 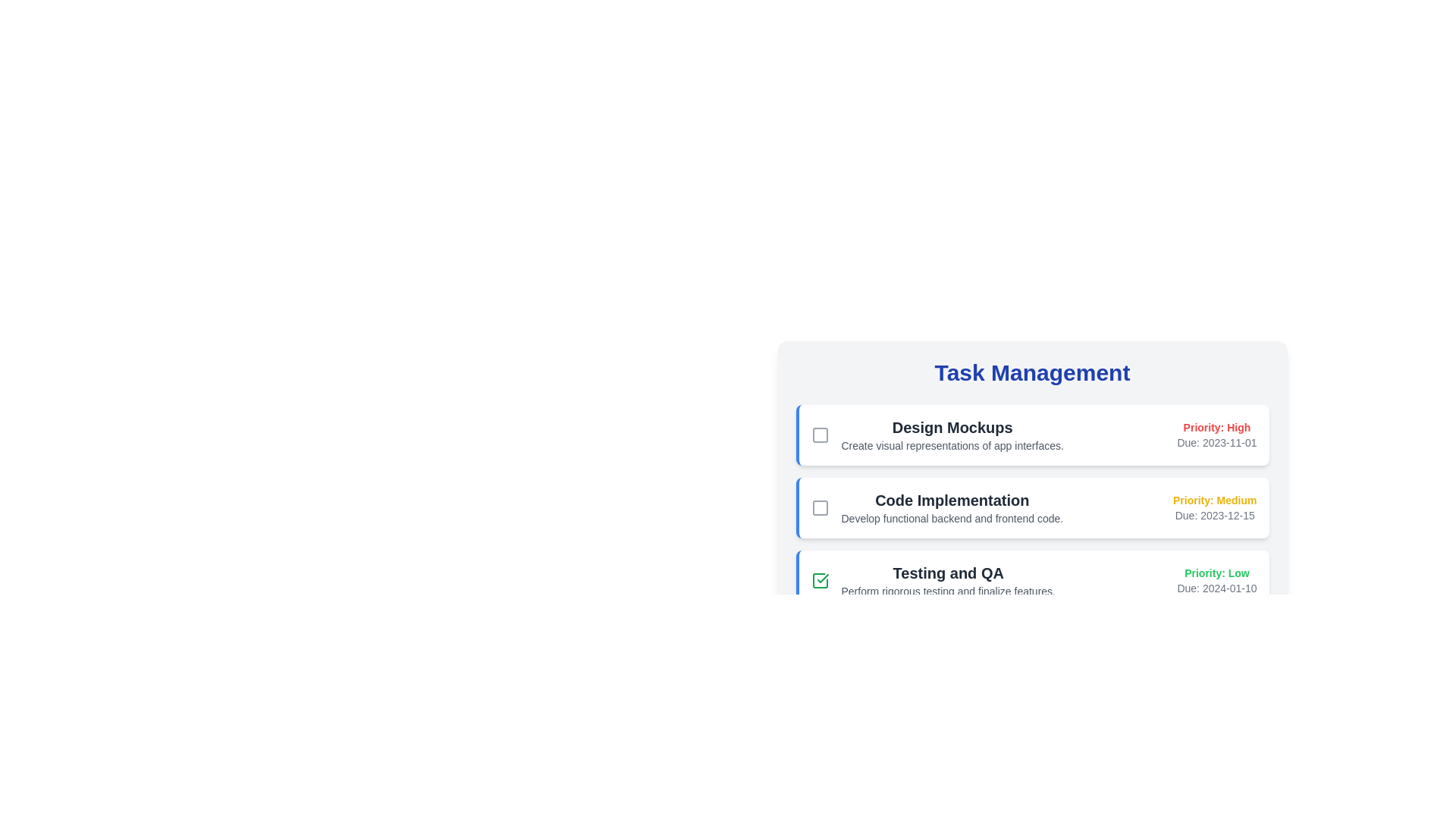 What do you see at coordinates (936, 508) in the screenshot?
I see `the checkbox adjacent to the 'Code Implementation' label to read the task details for understanding` at bounding box center [936, 508].